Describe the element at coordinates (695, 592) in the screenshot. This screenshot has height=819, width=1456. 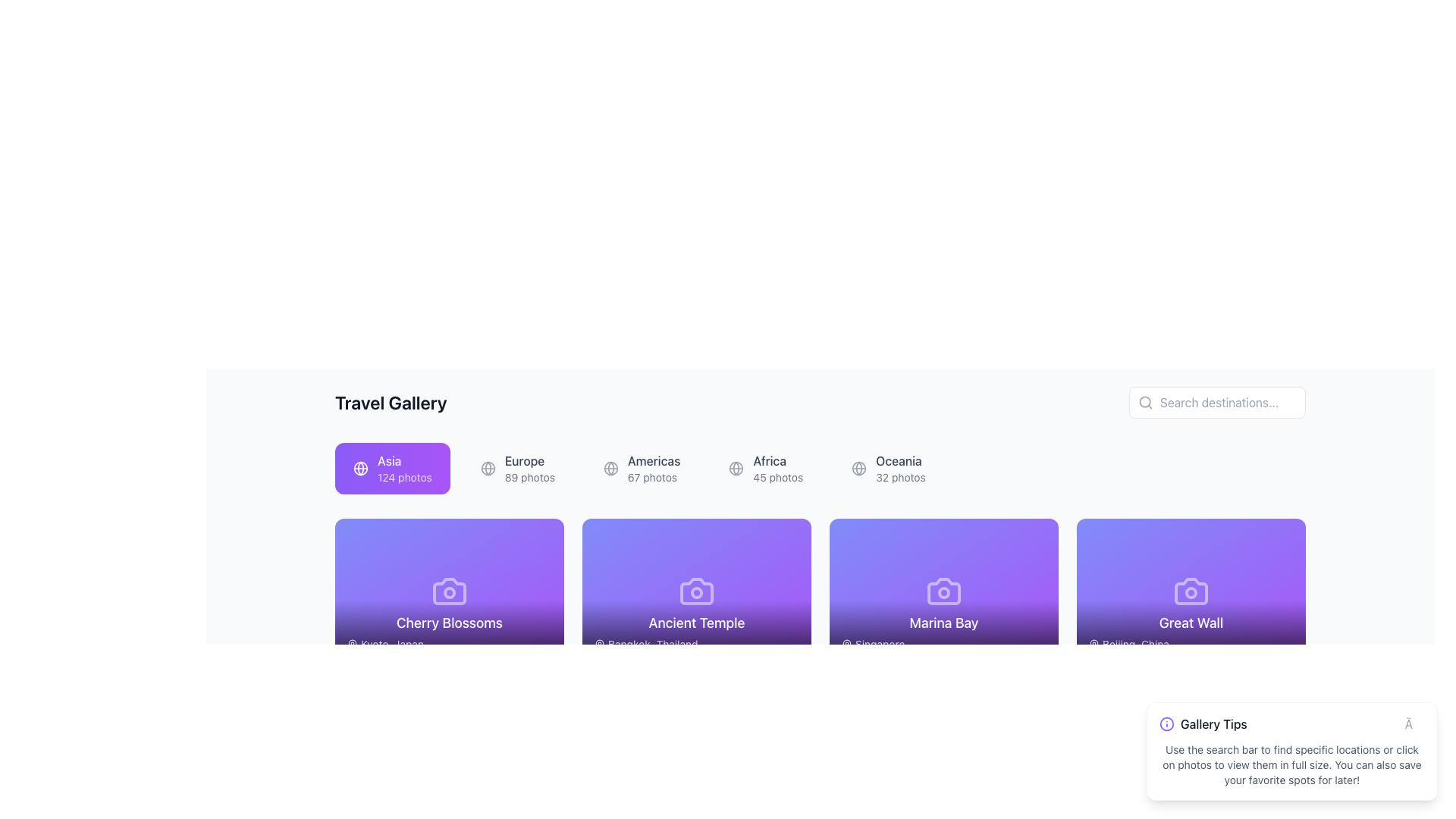
I see `the decorative circle element representing the camera's lens in the SVG icon on the 'Ancient Temple' card, which is located in the second position of the gallery's first row` at that location.